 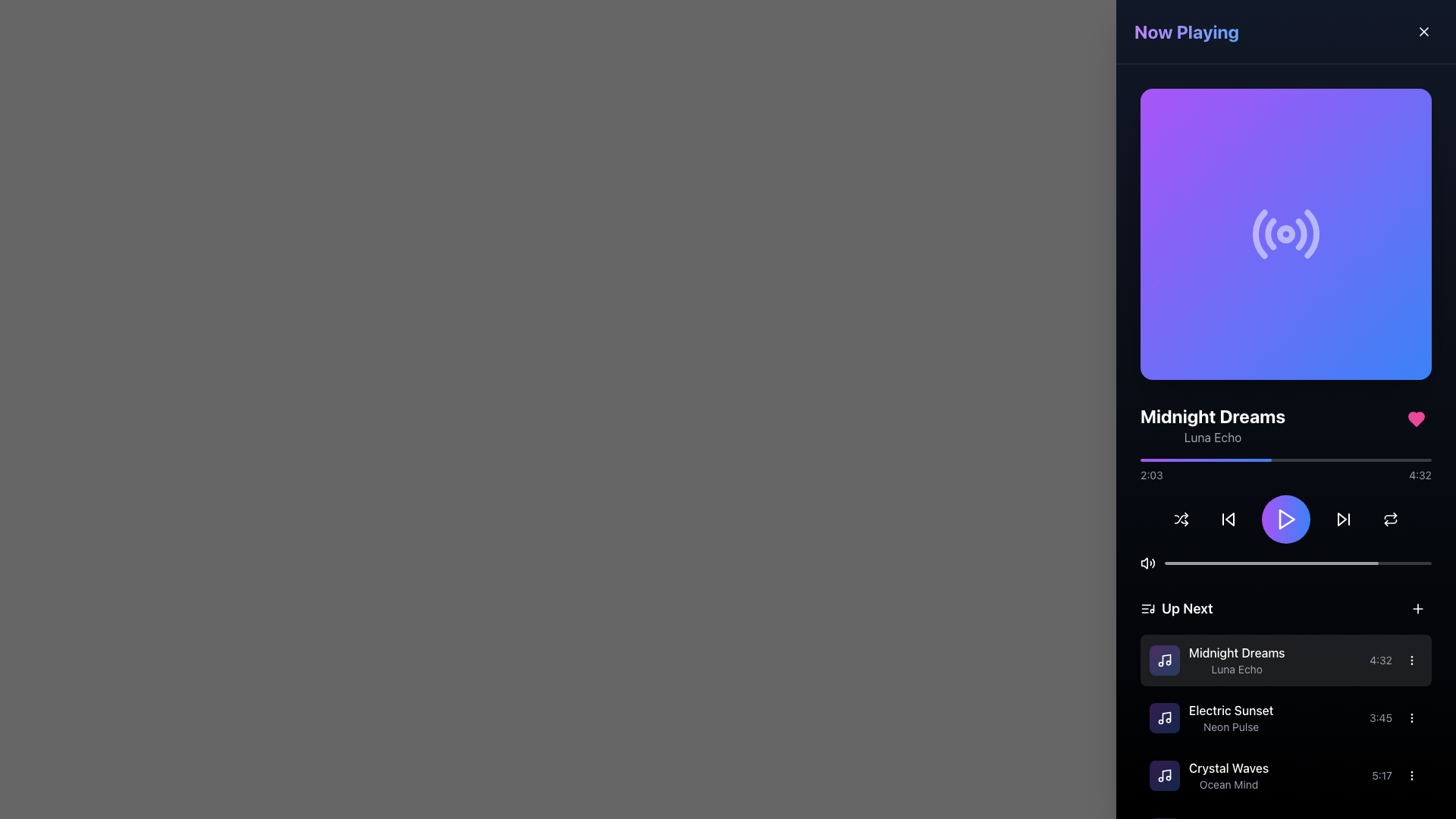 What do you see at coordinates (1382, 775) in the screenshot?
I see `the text-based label displaying the duration of the 'Crystal Waves' track in the playlist` at bounding box center [1382, 775].